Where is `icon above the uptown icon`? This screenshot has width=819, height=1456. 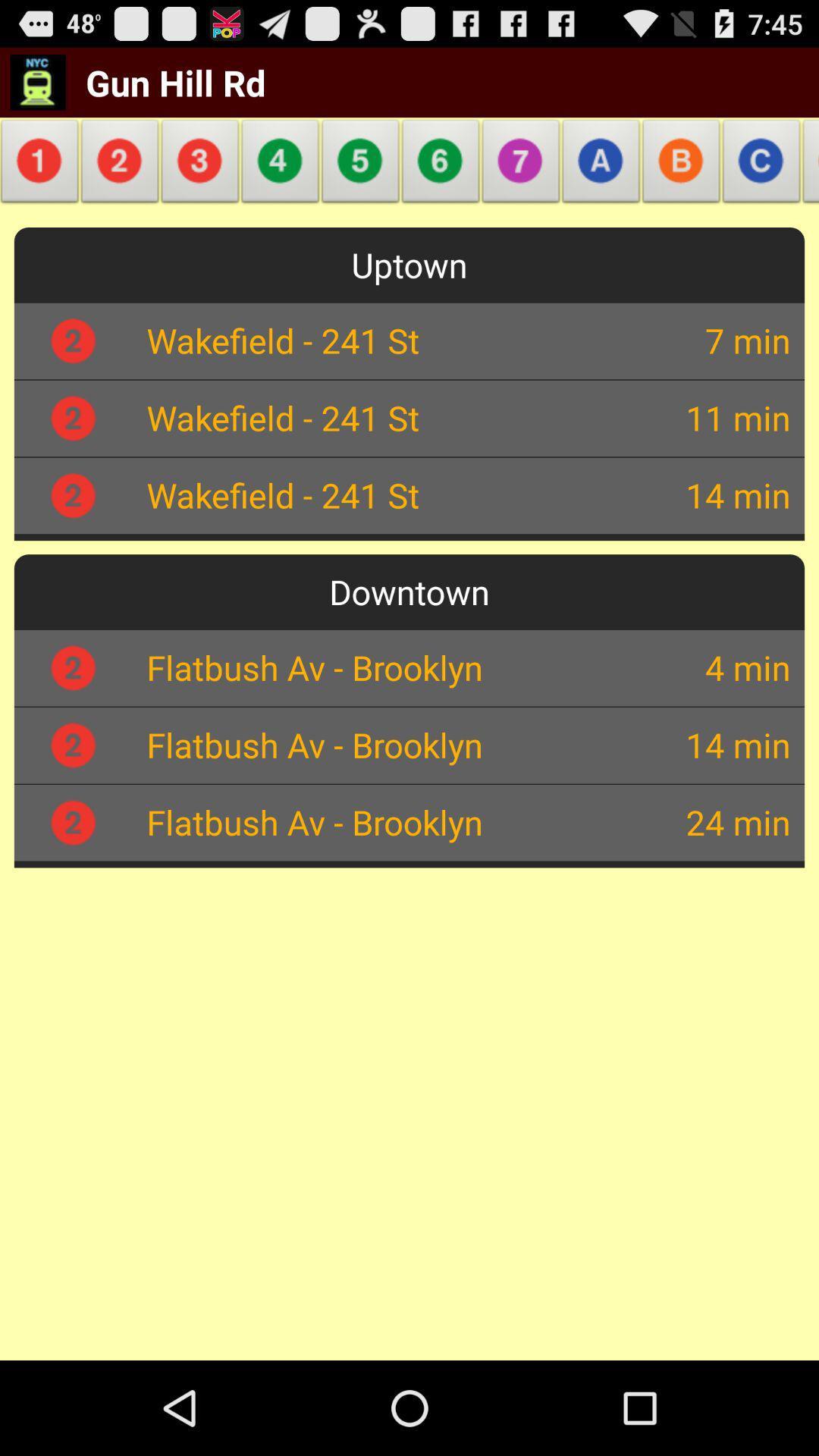
icon above the uptown icon is located at coordinates (806, 165).